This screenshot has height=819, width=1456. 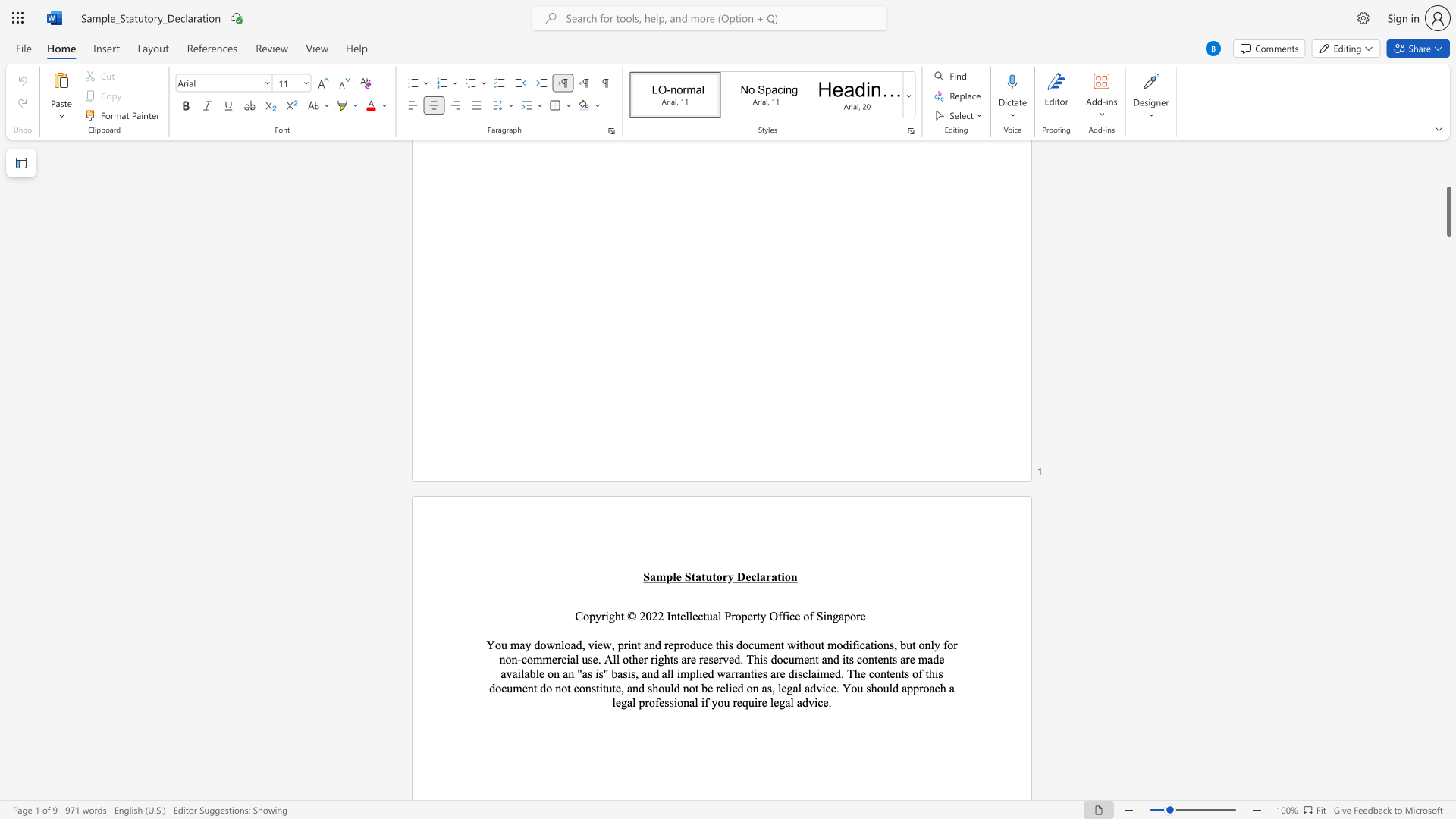 I want to click on the scrollbar and move up 20 pixels, so click(x=1448, y=212).